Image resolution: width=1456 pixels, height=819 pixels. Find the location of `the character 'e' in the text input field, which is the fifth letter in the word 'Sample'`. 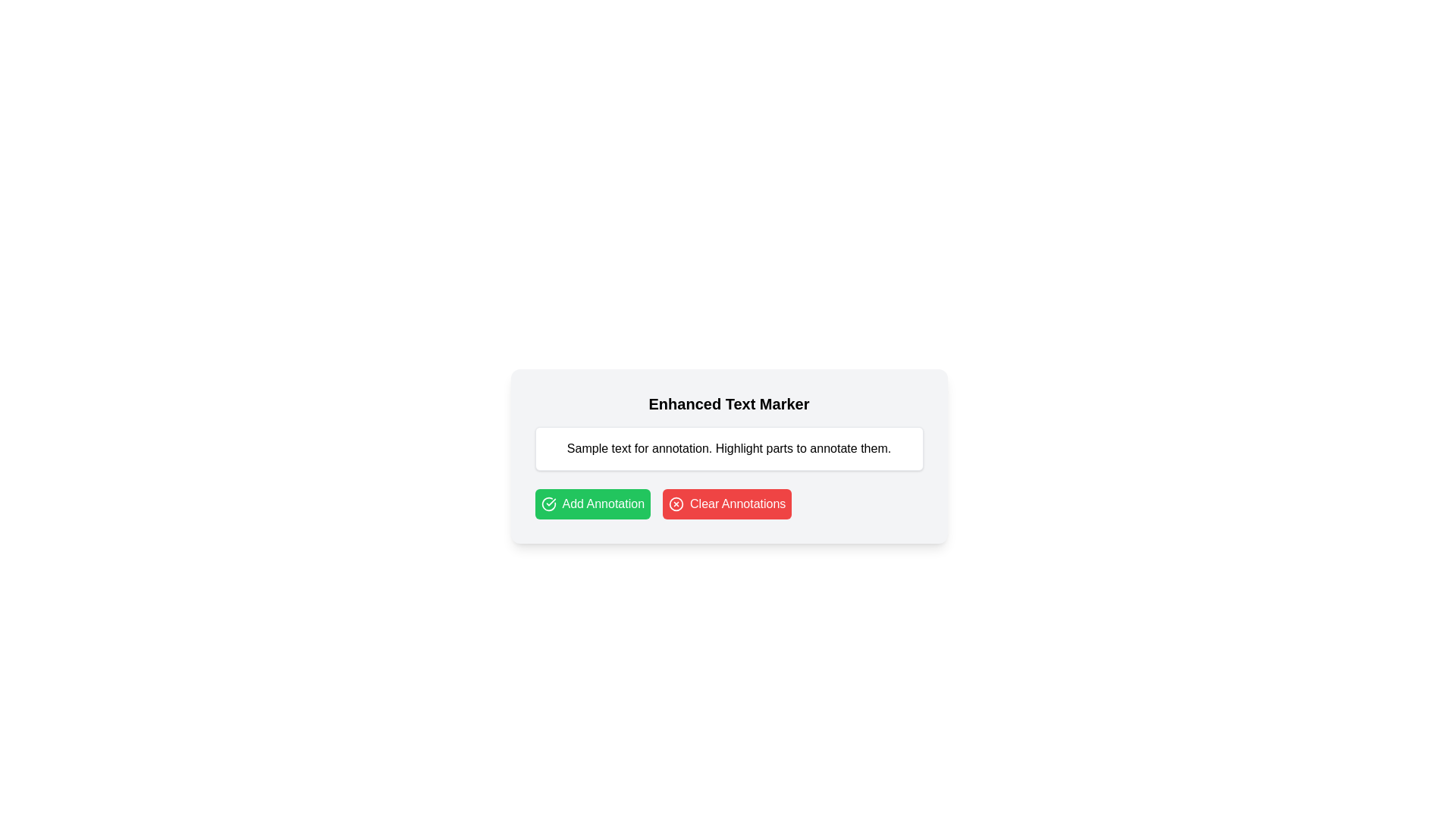

the character 'e' in the text input field, which is the fifth letter in the word 'Sample' is located at coordinates (604, 447).